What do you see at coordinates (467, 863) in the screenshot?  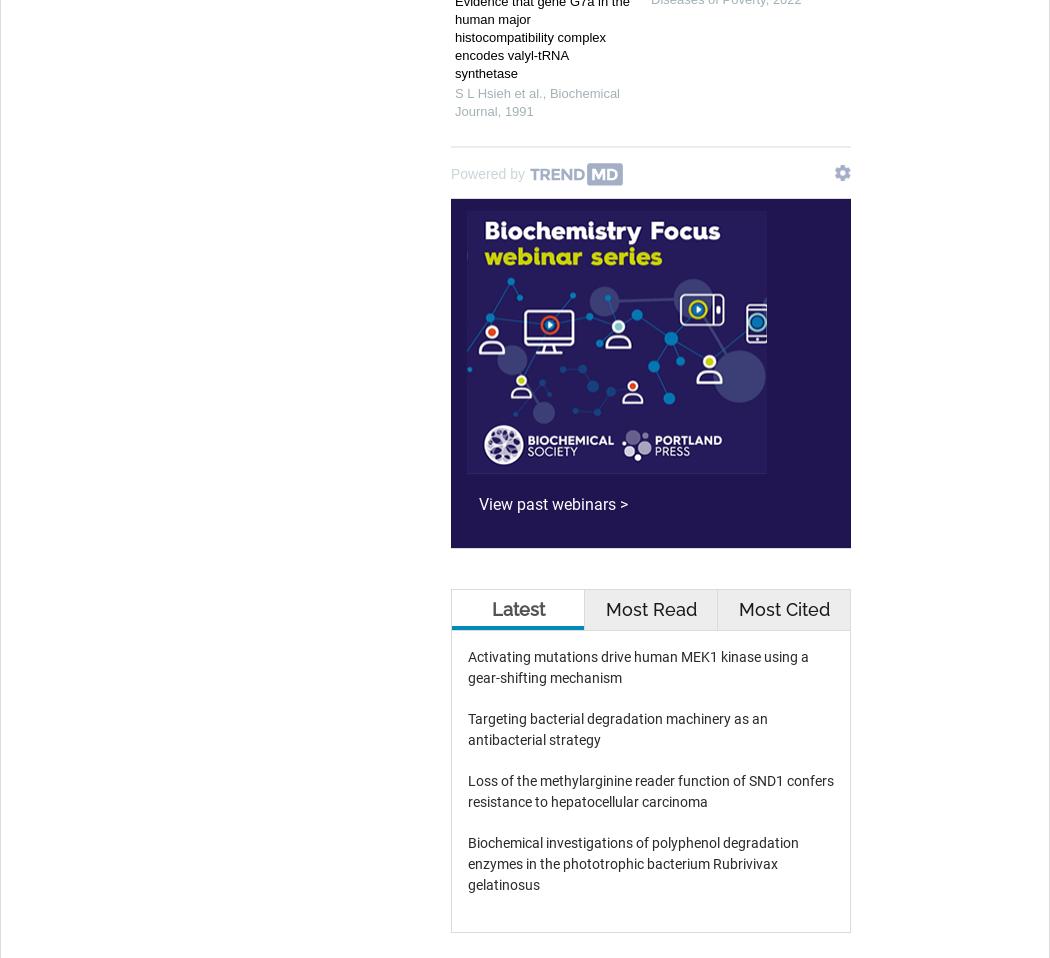 I see `'Biochemical investigations of polyphenol degradation enzymes in the phototrophic bacterium Rubrivivax gelatinosus'` at bounding box center [467, 863].